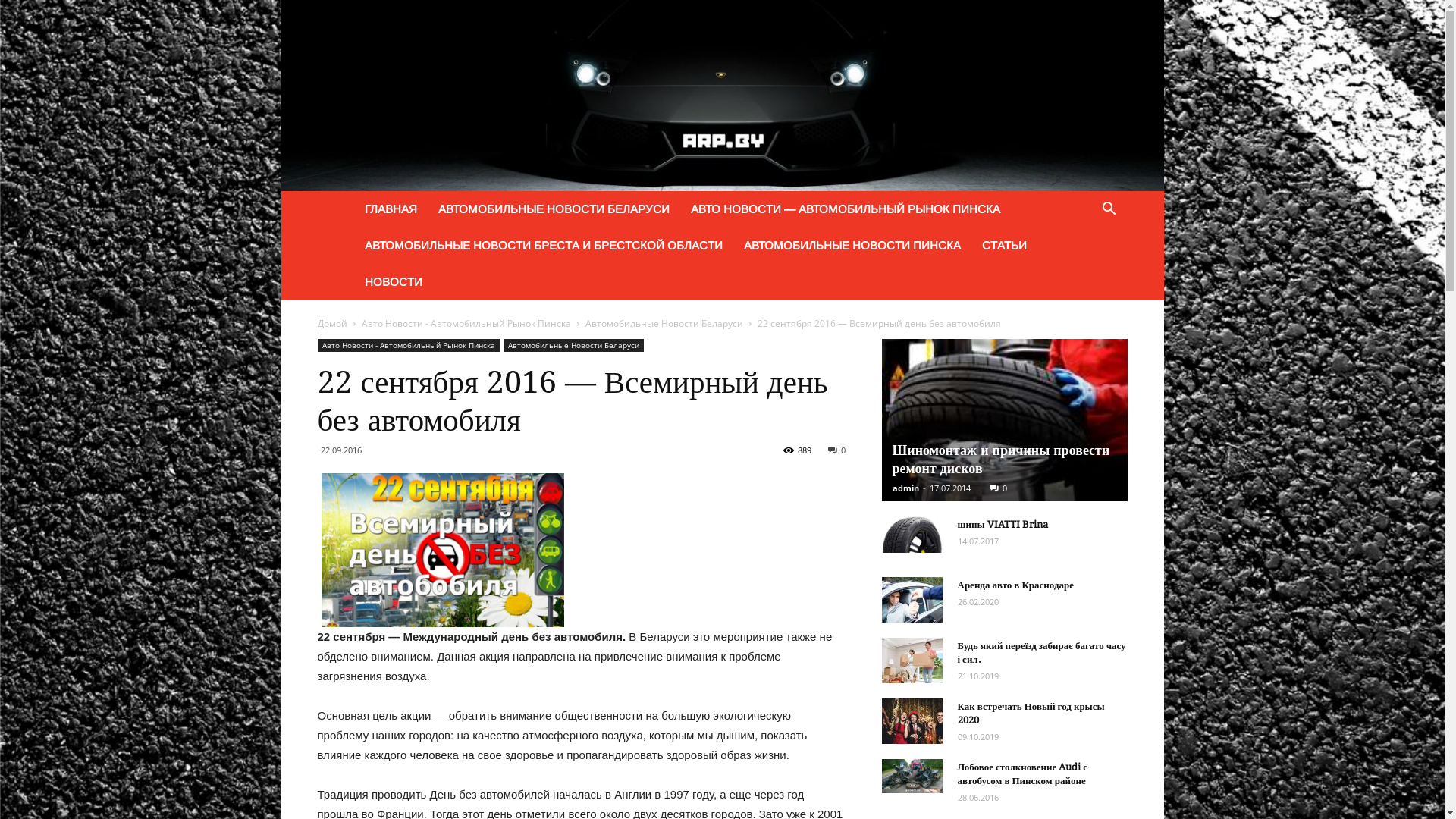  I want to click on 'admin', so click(905, 488).